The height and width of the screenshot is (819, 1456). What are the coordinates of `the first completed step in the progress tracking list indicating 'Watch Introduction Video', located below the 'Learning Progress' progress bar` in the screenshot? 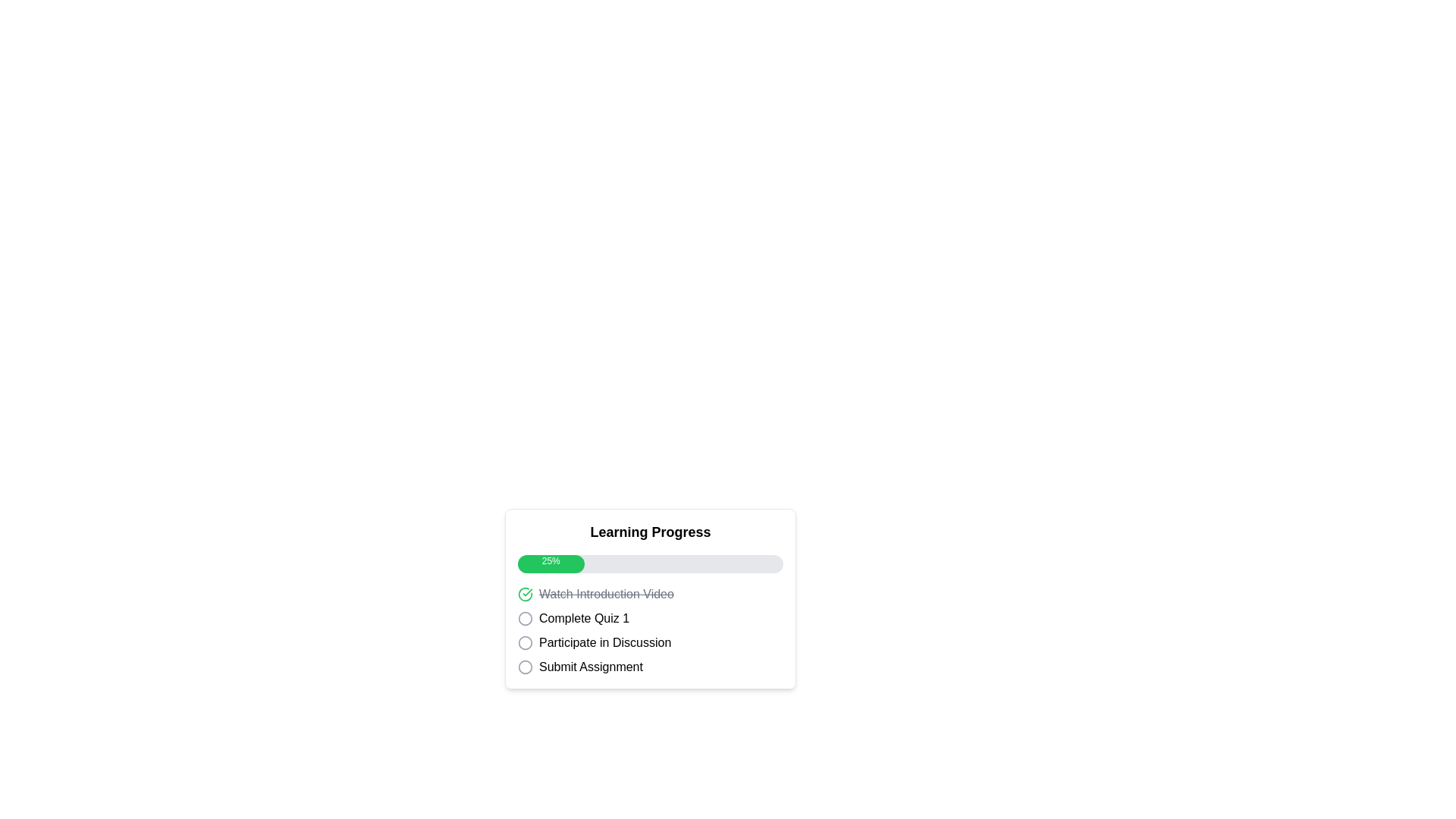 It's located at (651, 593).